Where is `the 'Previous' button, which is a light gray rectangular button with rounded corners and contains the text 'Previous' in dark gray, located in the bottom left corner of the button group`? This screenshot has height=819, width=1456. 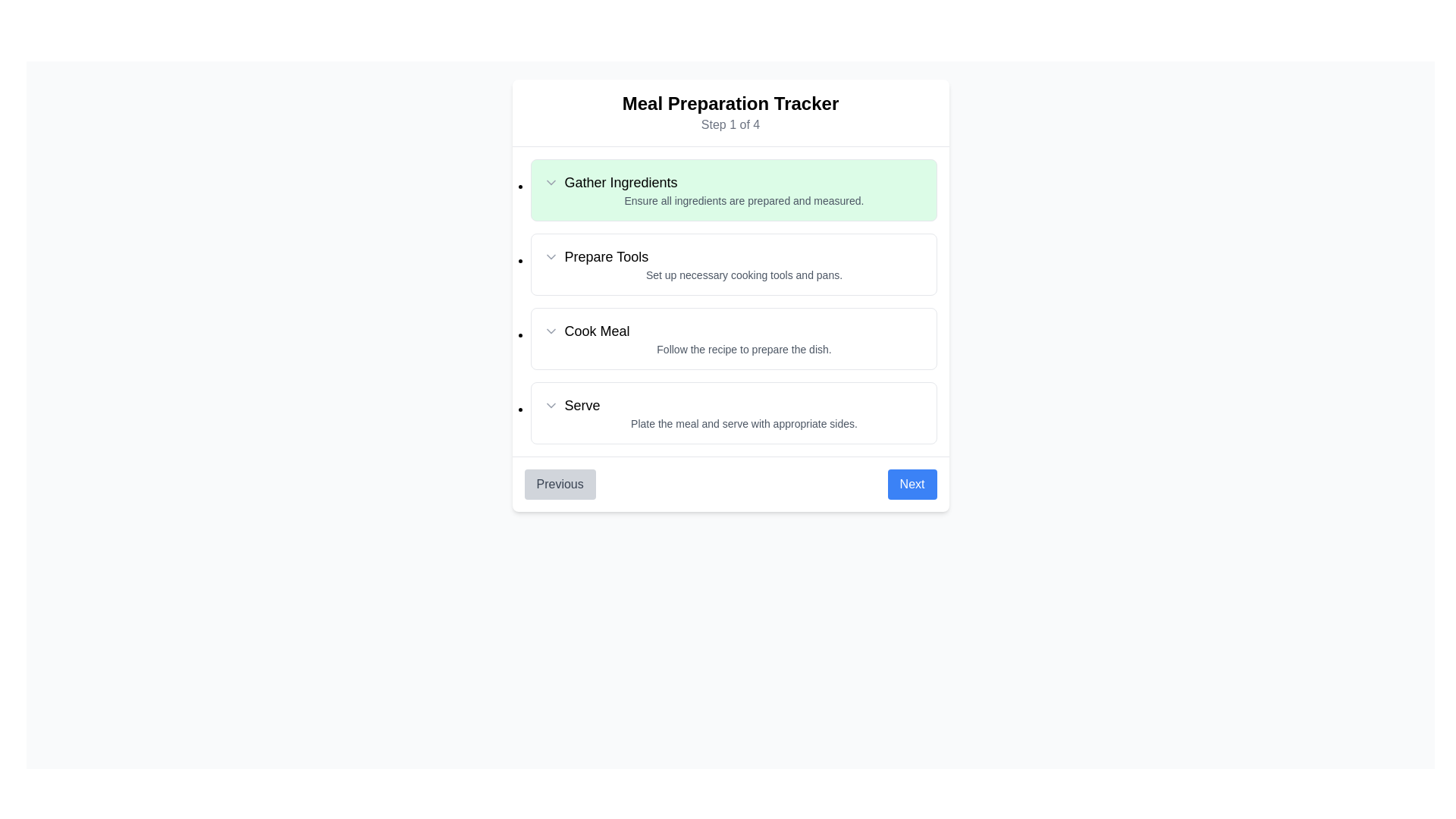
the 'Previous' button, which is a light gray rectangular button with rounded corners and contains the text 'Previous' in dark gray, located in the bottom left corner of the button group is located at coordinates (559, 485).